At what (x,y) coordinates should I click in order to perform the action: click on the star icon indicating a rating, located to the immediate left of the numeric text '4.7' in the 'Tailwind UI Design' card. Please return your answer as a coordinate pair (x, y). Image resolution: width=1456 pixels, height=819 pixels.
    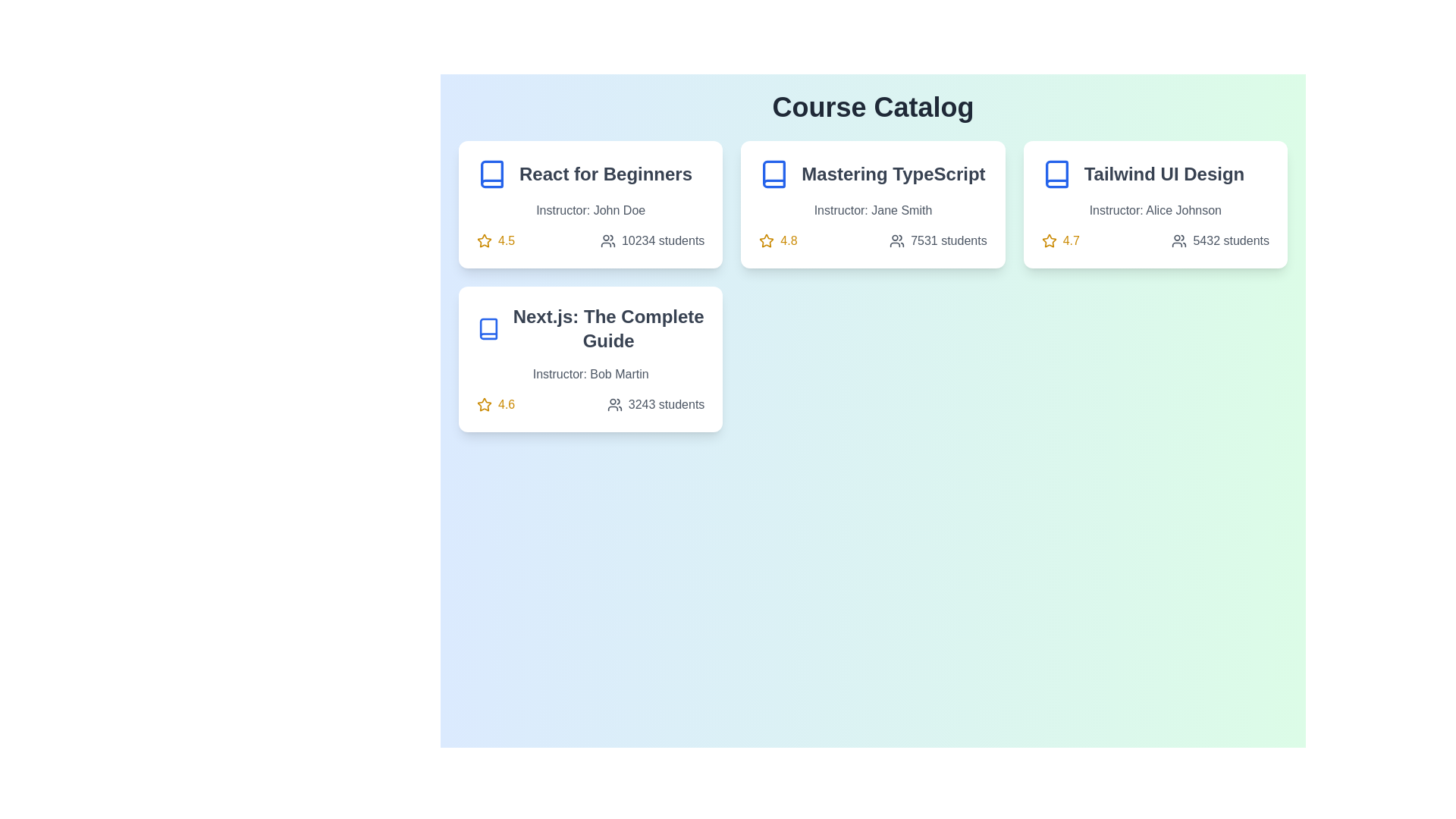
    Looking at the image, I should click on (1048, 240).